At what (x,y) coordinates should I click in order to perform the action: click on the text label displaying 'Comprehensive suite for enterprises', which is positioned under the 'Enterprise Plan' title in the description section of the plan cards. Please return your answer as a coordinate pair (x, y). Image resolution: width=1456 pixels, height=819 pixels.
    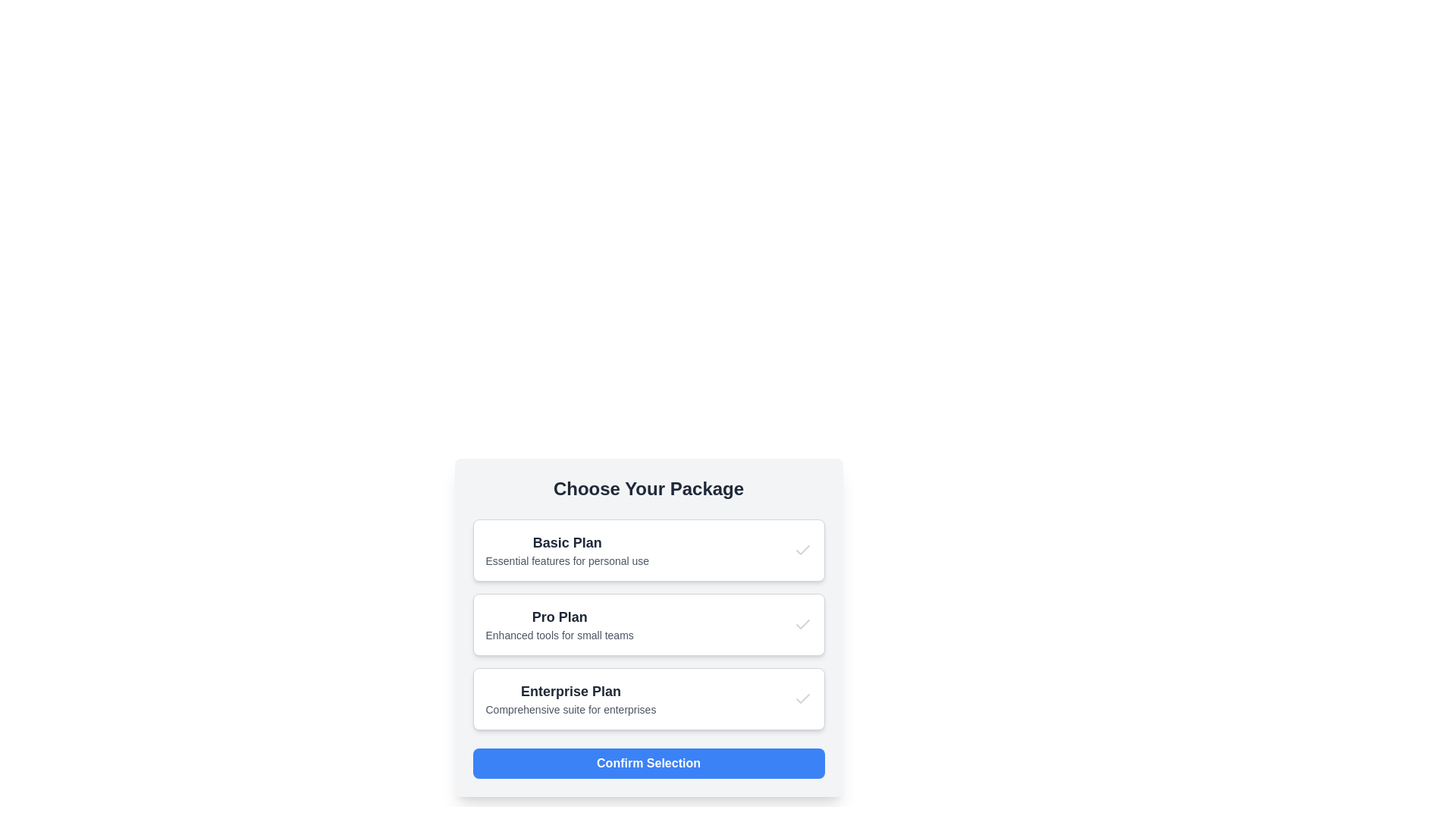
    Looking at the image, I should click on (570, 710).